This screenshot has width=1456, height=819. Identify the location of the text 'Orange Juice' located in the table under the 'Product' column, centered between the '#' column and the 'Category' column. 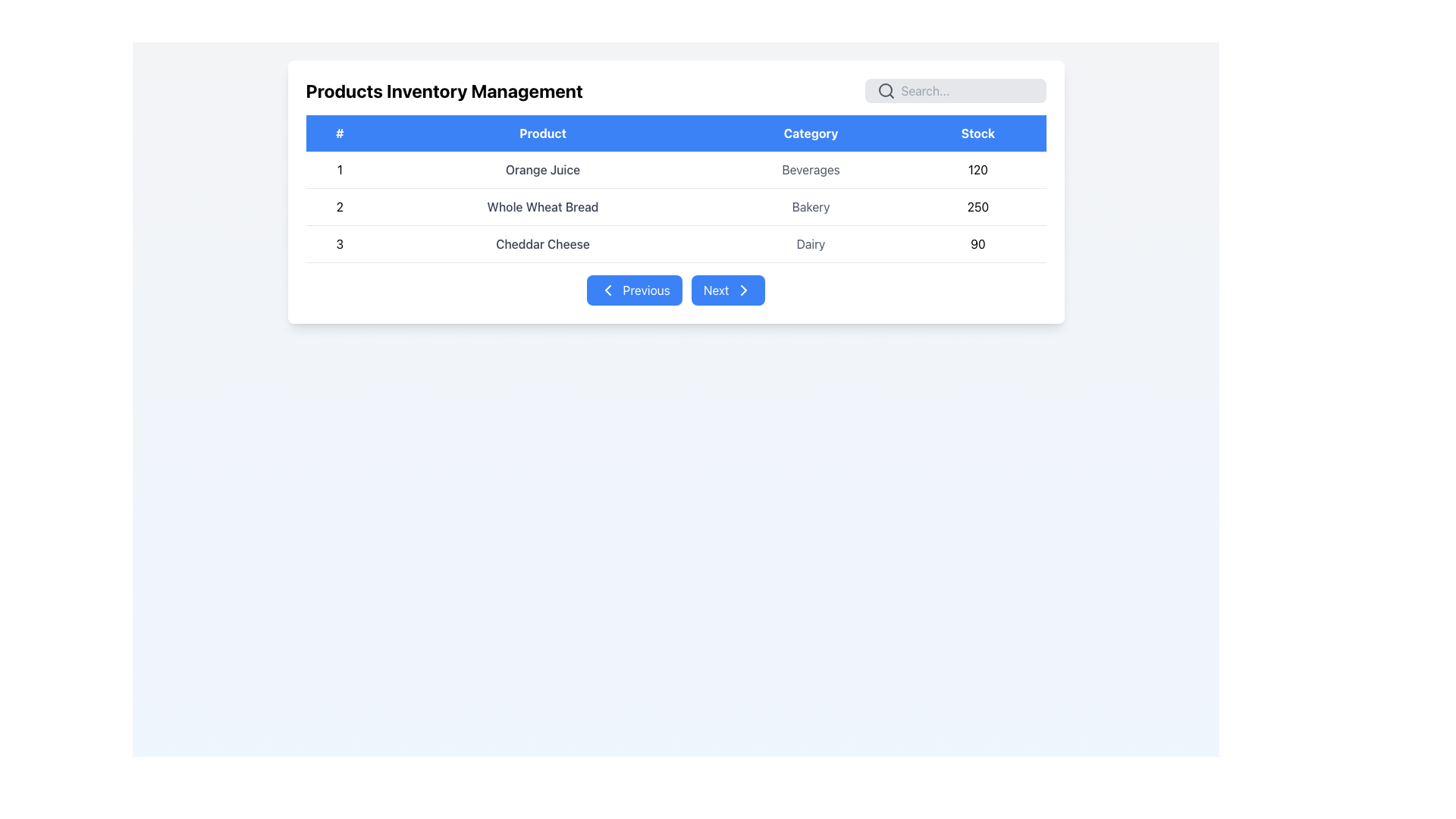
(542, 170).